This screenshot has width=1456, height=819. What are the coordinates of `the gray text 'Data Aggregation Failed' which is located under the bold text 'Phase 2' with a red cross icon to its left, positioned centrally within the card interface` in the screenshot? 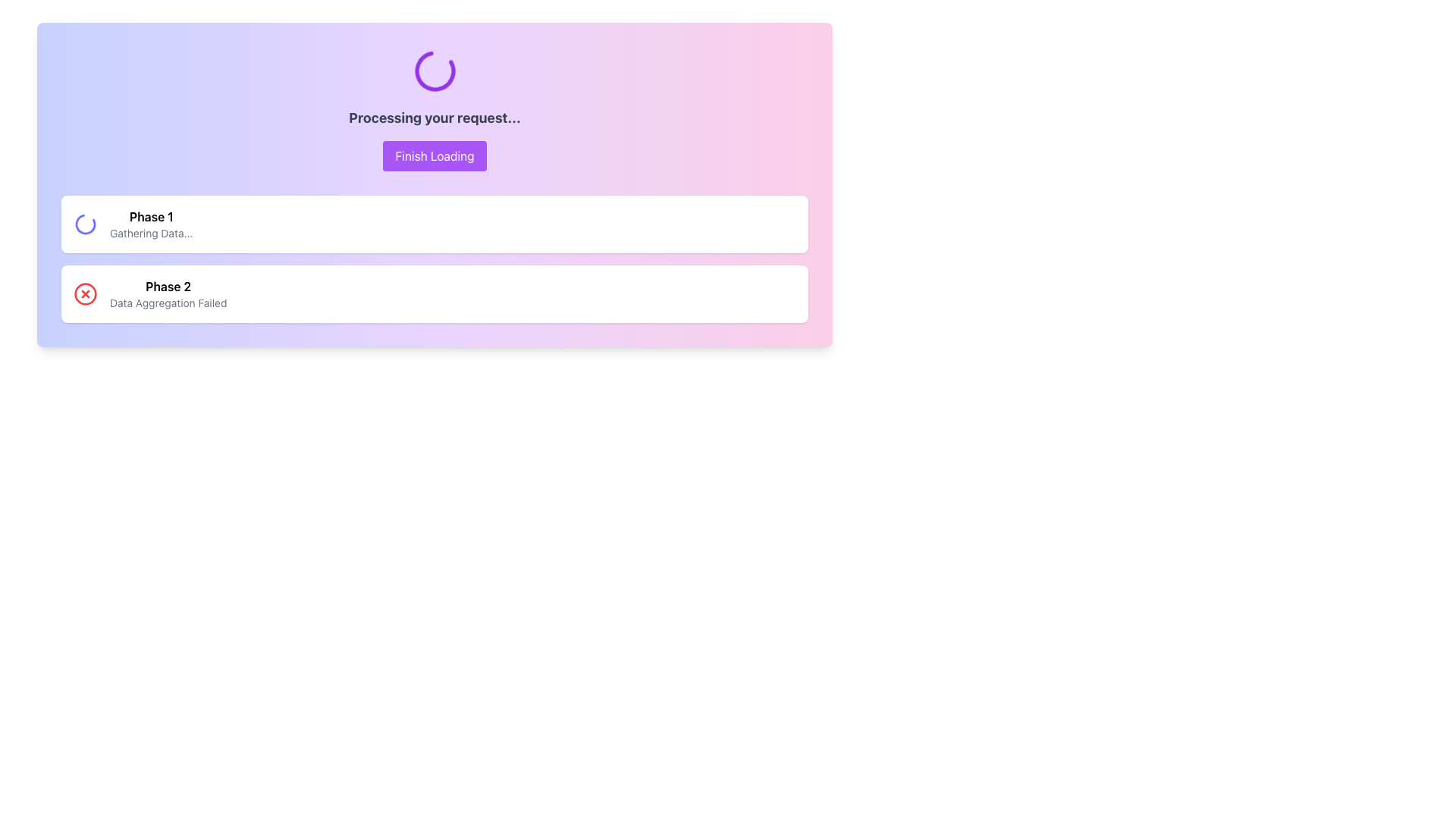 It's located at (168, 303).